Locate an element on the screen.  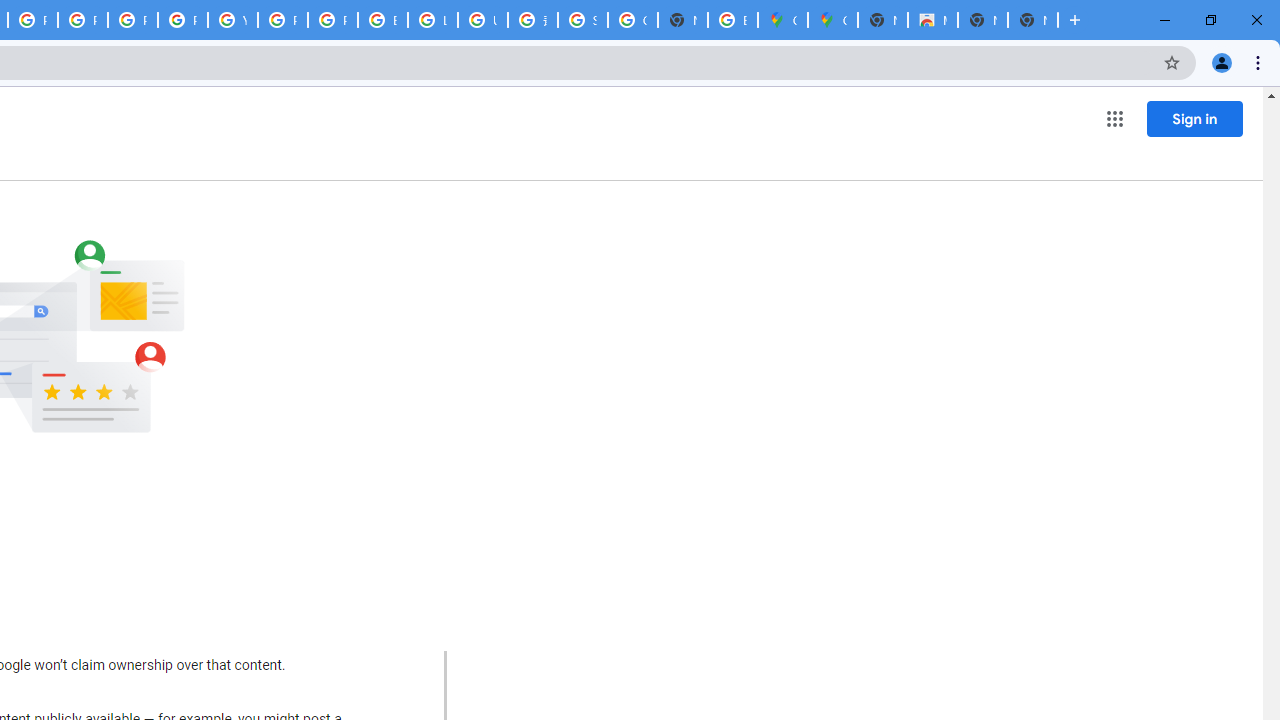
'Privacy Help Center - Policies Help' is located at coordinates (131, 20).